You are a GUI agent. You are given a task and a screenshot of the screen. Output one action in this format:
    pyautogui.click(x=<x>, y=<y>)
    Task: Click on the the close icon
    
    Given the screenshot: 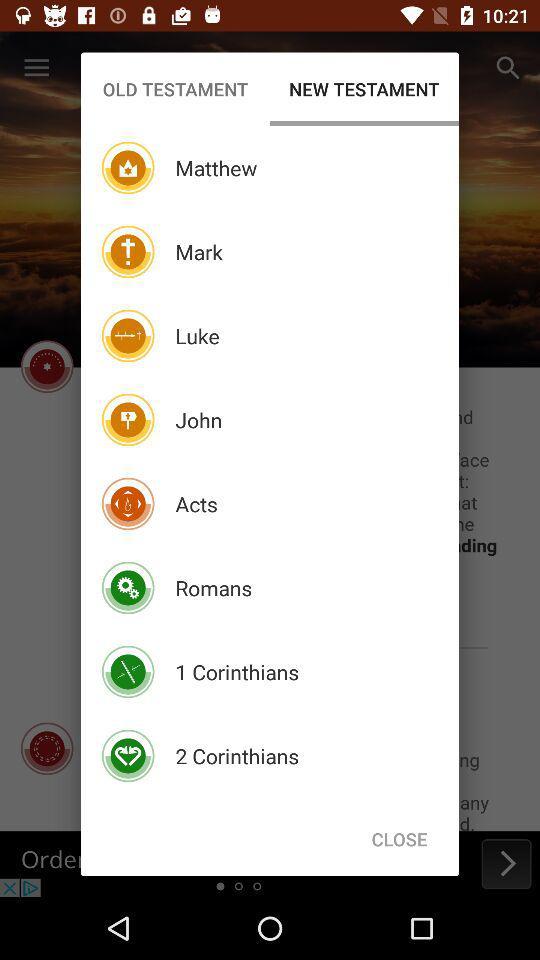 What is the action you would take?
    pyautogui.click(x=399, y=839)
    